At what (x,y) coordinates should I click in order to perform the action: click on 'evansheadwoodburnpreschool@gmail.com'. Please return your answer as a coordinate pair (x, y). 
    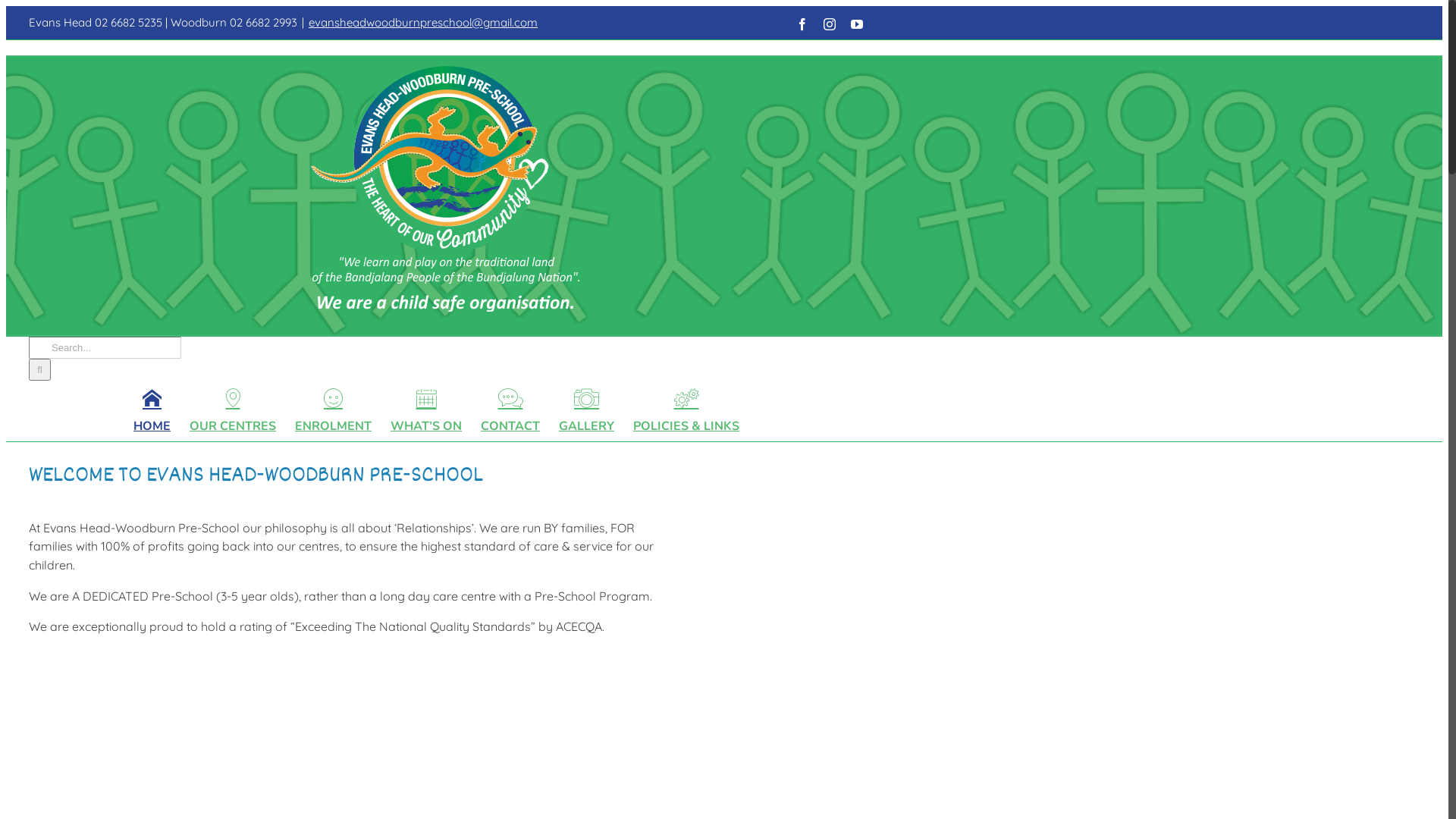
    Looking at the image, I should click on (422, 22).